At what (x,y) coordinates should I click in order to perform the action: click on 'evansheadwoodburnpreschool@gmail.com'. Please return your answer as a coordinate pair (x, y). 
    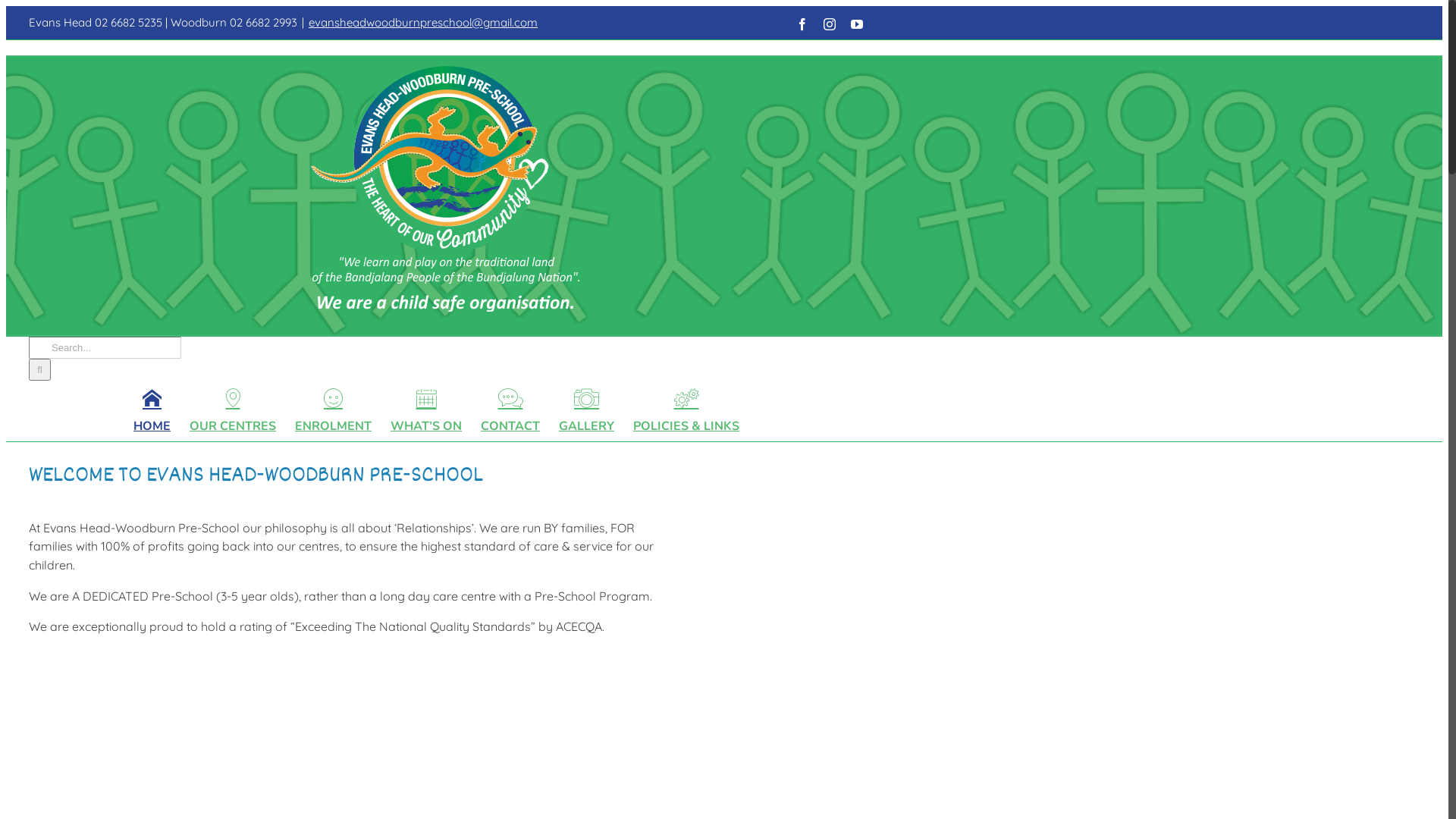
    Looking at the image, I should click on (422, 22).